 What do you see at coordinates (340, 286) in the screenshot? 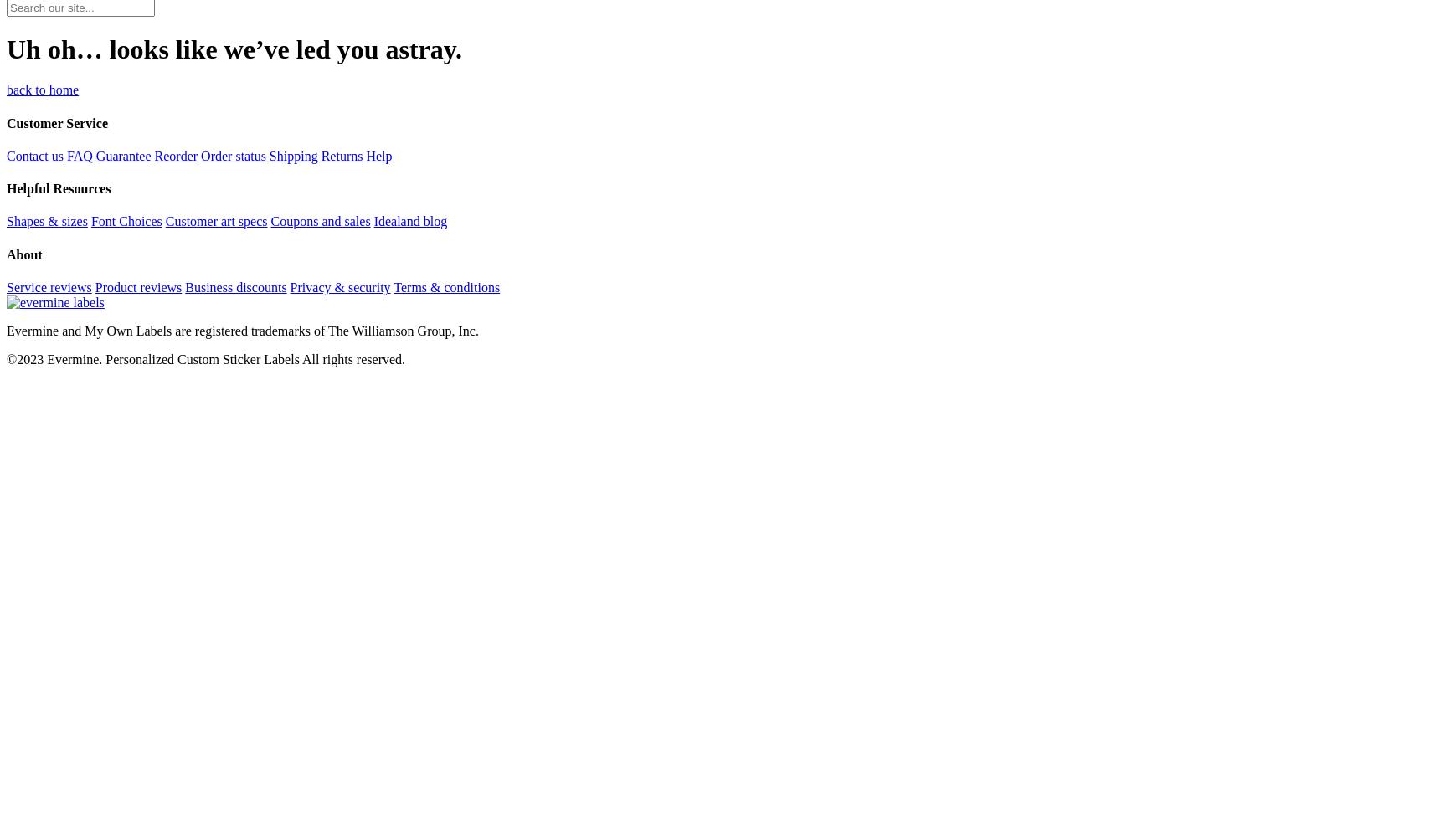
I see `'Privacy & security'` at bounding box center [340, 286].